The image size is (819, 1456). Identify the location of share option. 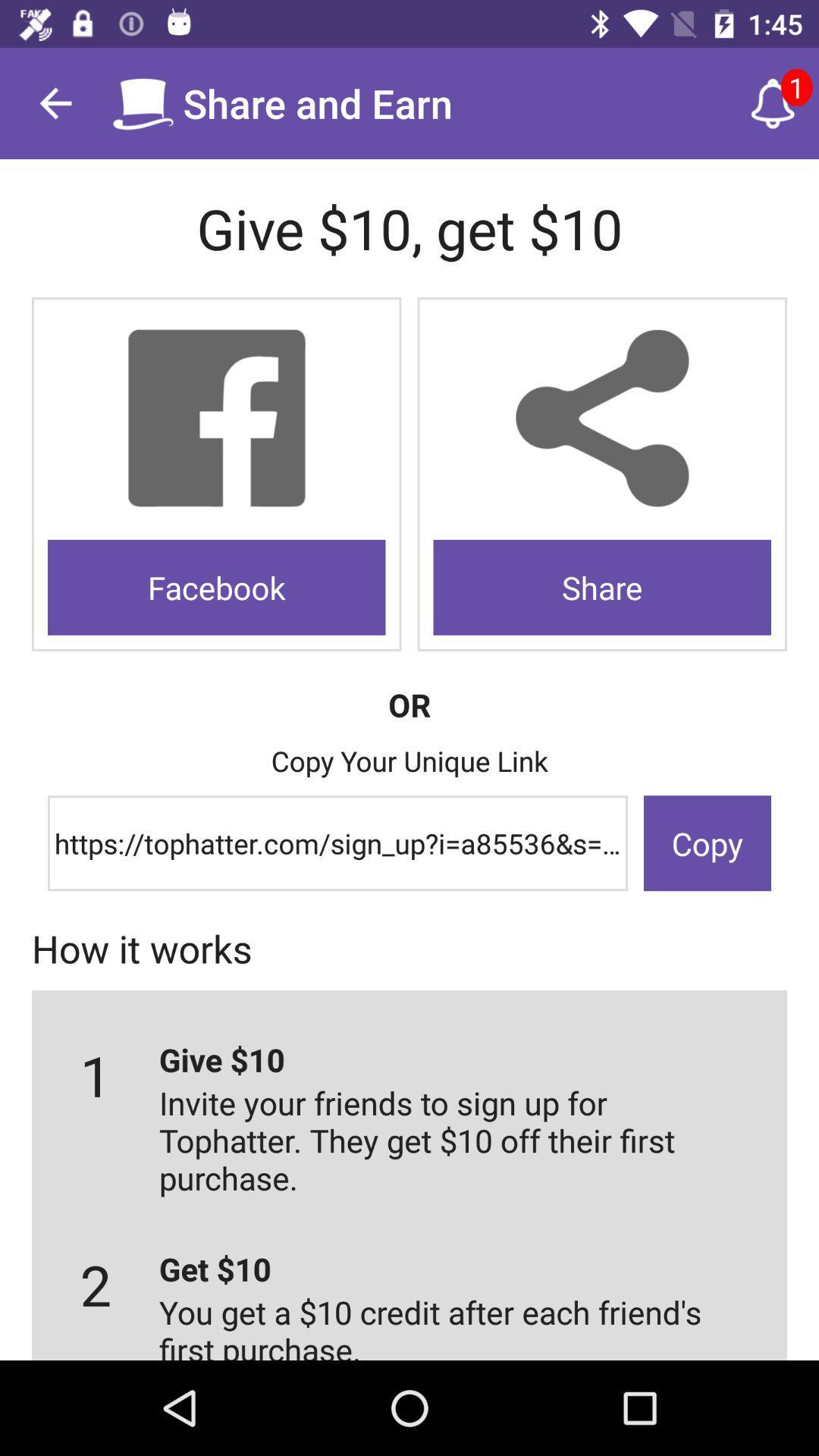
(601, 419).